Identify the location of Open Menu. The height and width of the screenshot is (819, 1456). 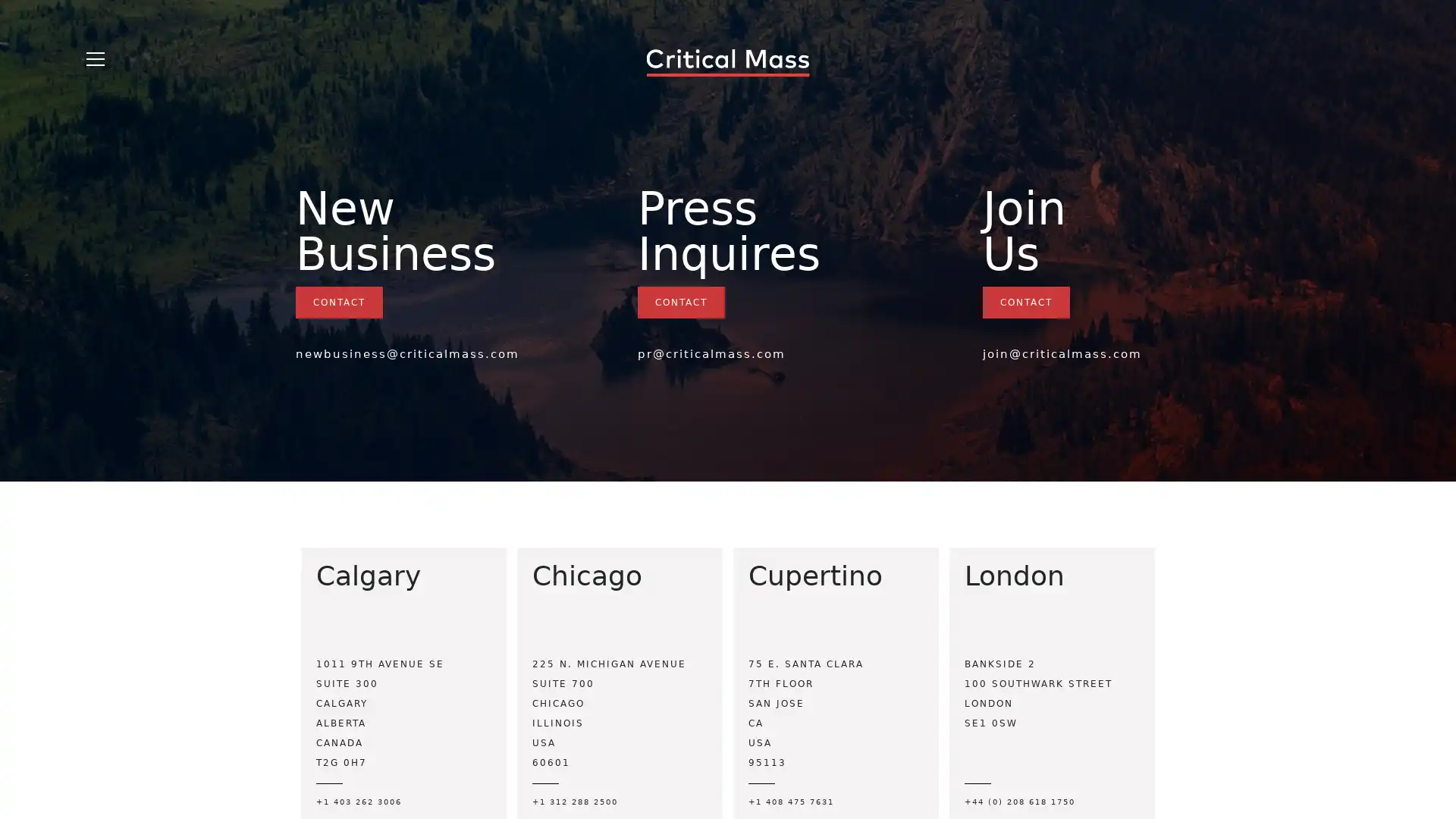
(94, 61).